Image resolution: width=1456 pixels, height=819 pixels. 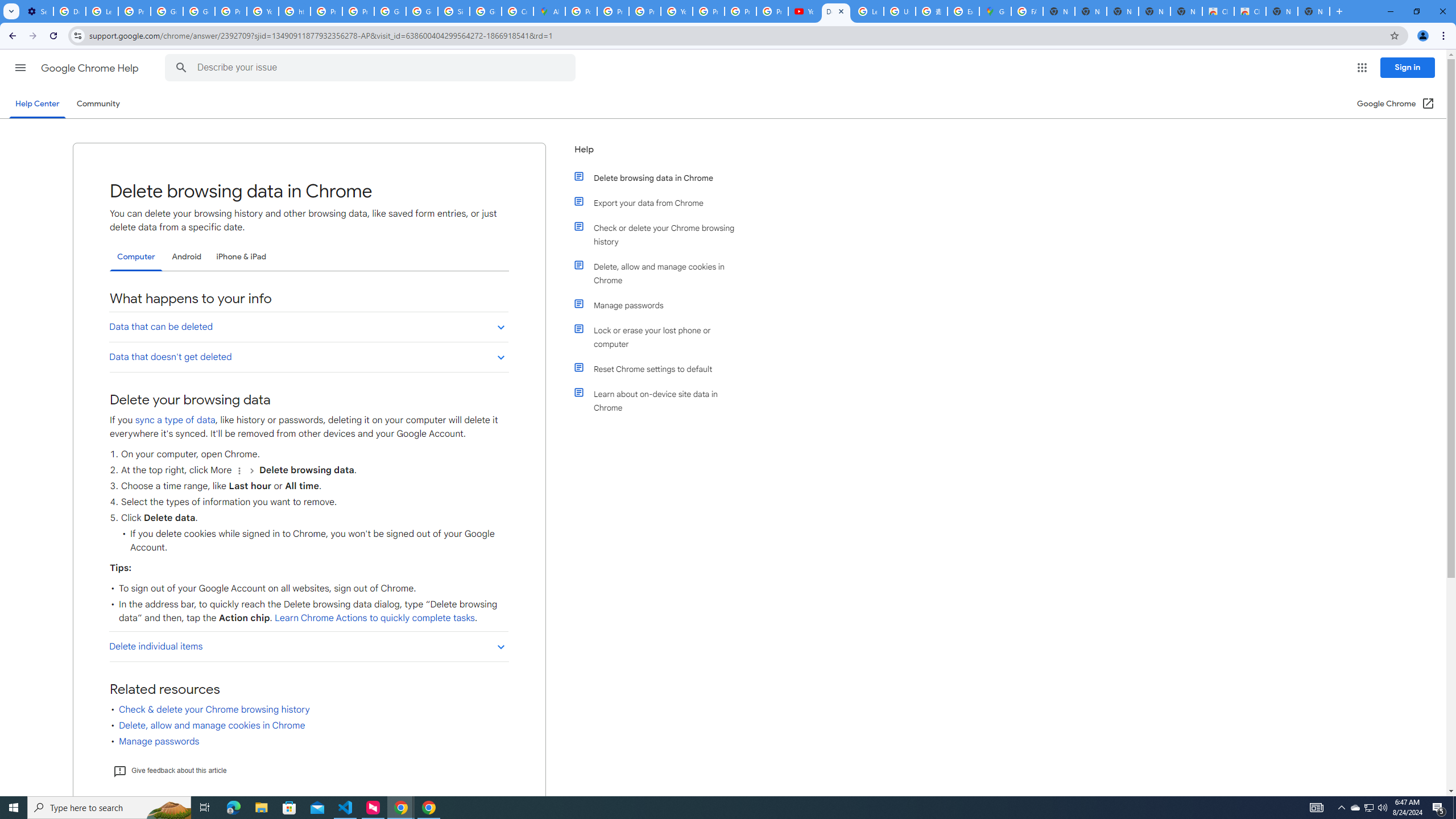 What do you see at coordinates (69, 11) in the screenshot?
I see `'Delete photos & videos - Computer - Google Photos Help'` at bounding box center [69, 11].